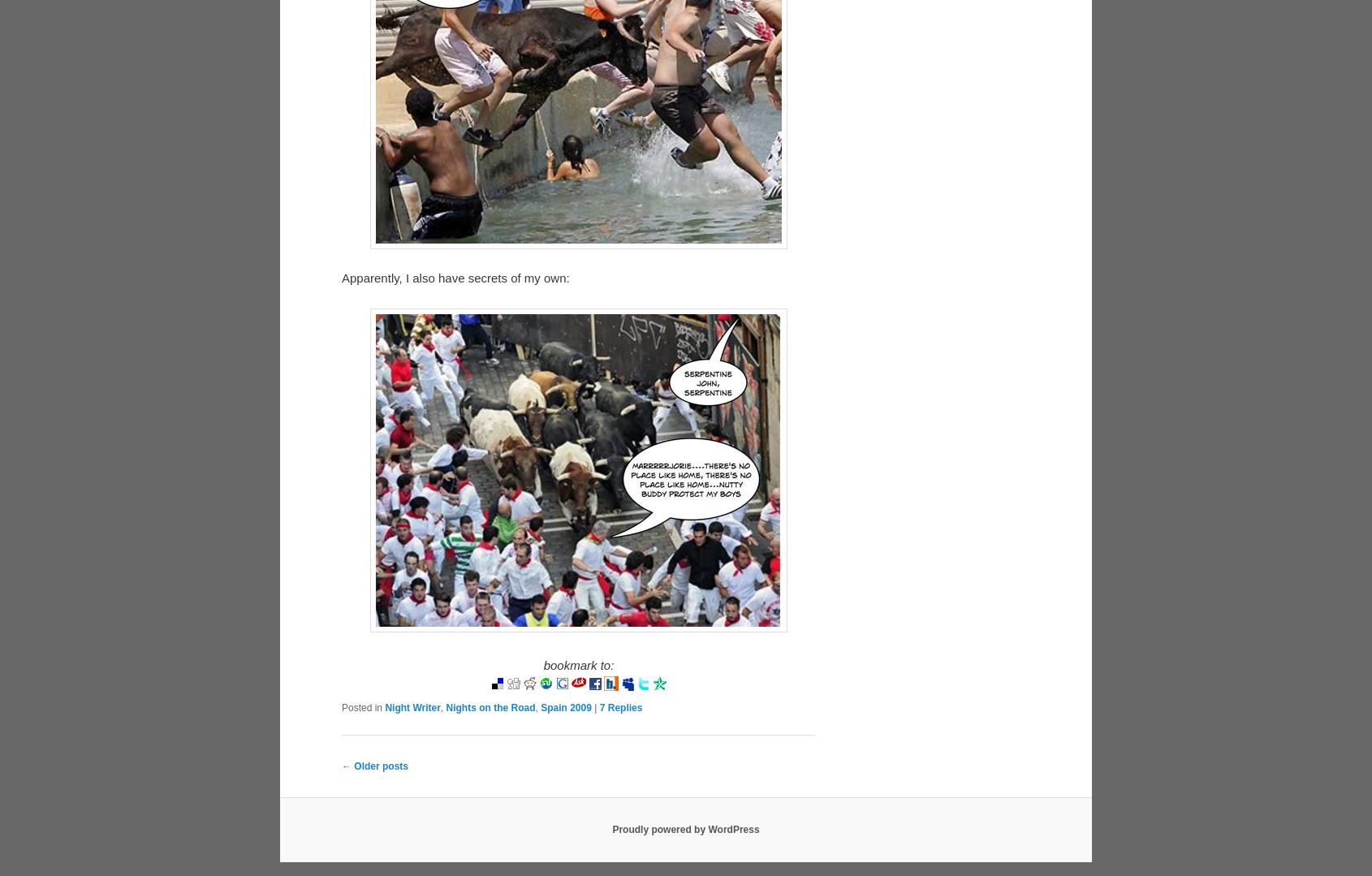 Image resolution: width=1372 pixels, height=876 pixels. What do you see at coordinates (623, 744) in the screenshot?
I see `'Replies'` at bounding box center [623, 744].